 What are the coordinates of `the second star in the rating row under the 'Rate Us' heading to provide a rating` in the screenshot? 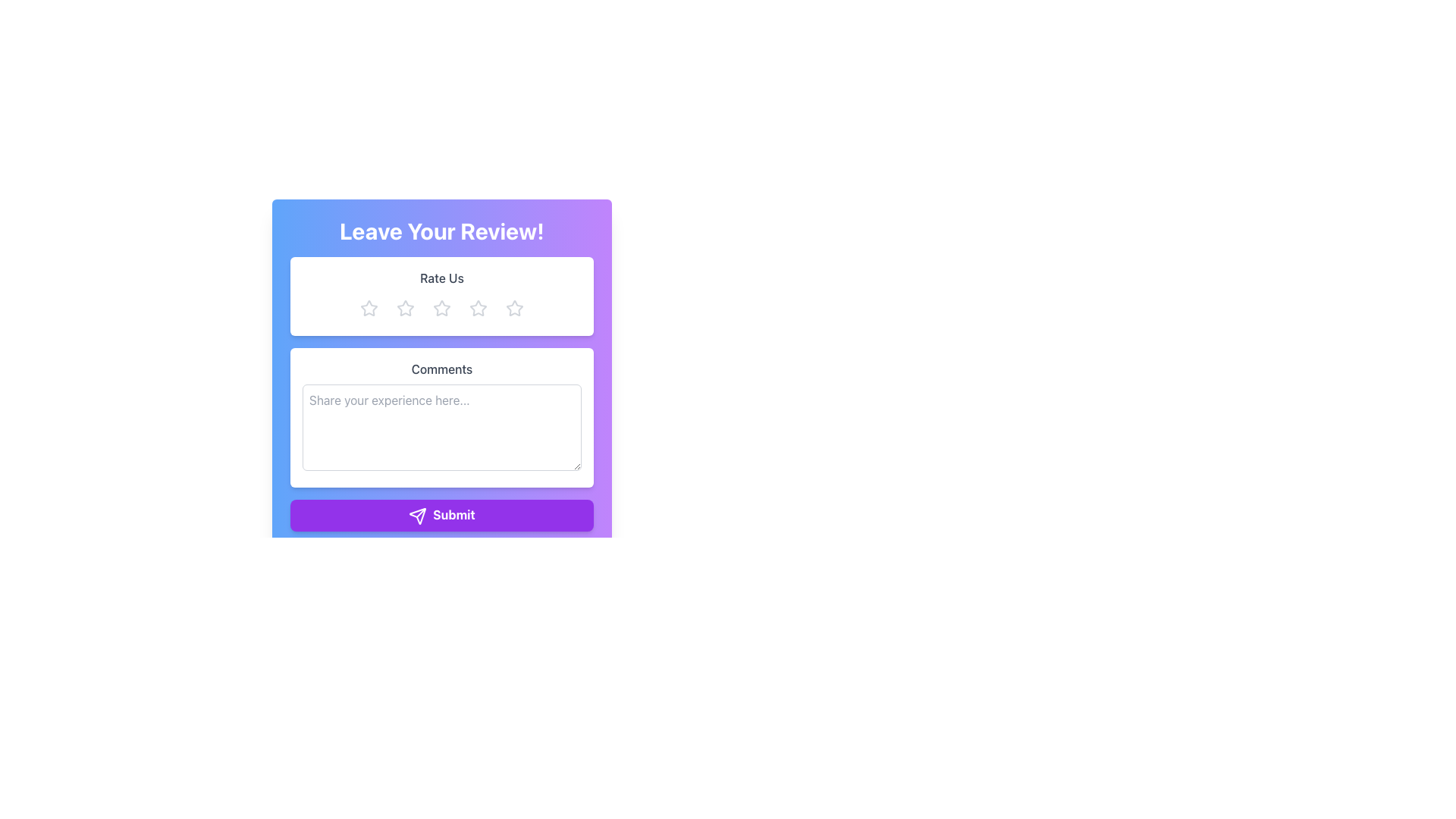 It's located at (441, 307).